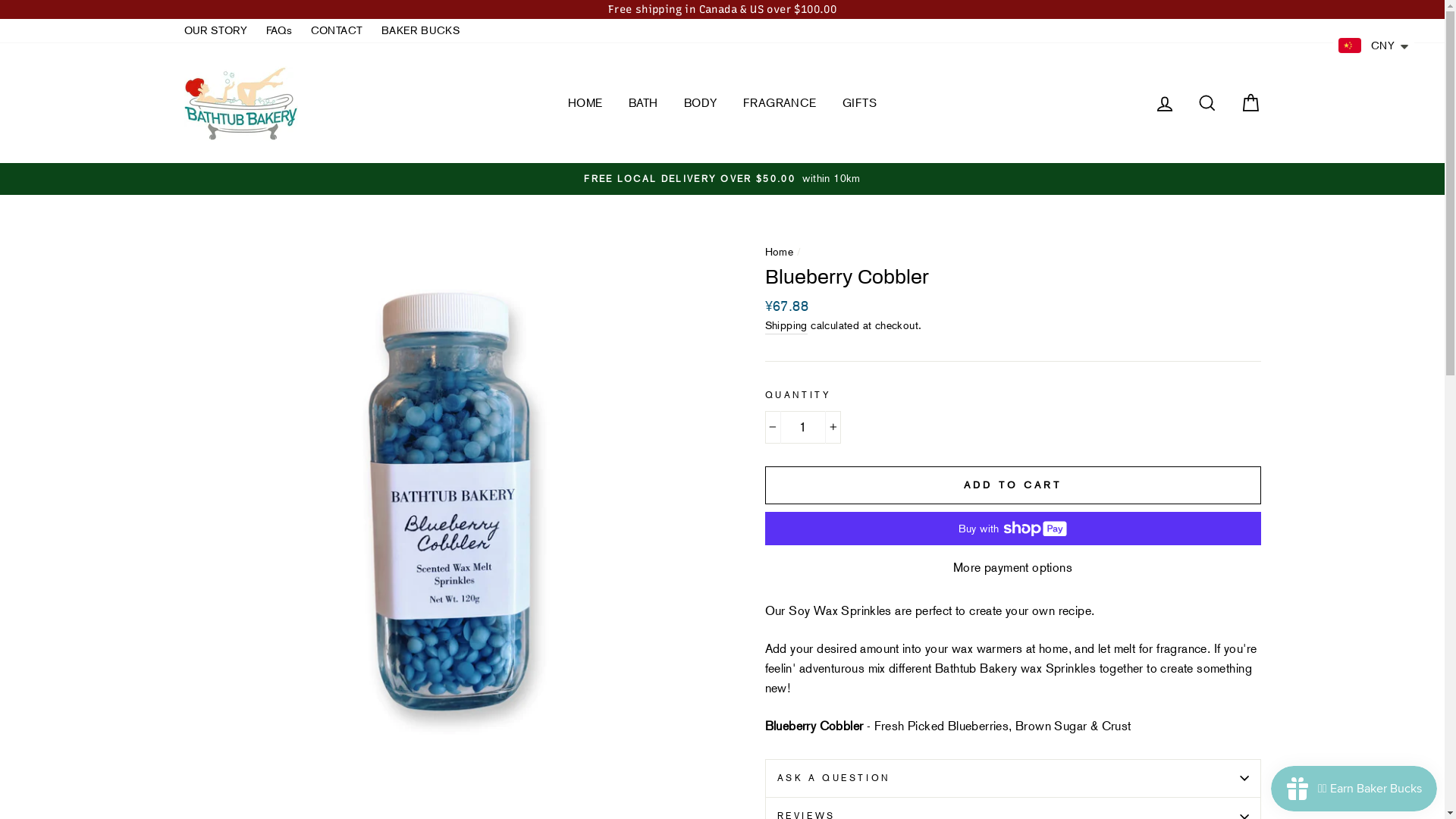  What do you see at coordinates (643, 102) in the screenshot?
I see `'BATH'` at bounding box center [643, 102].